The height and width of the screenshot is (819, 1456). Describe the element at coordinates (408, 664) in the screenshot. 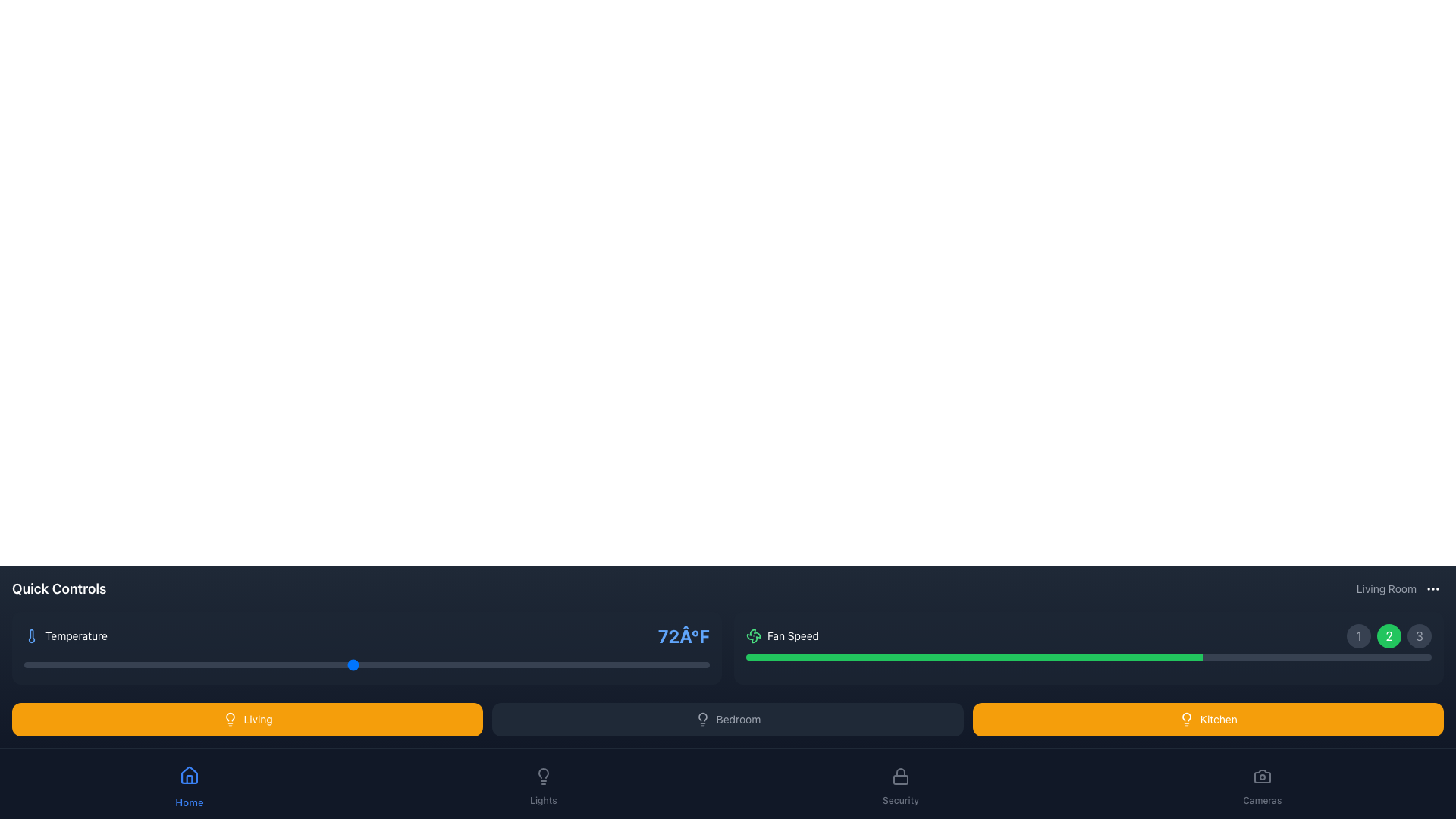

I see `the temperature` at that location.